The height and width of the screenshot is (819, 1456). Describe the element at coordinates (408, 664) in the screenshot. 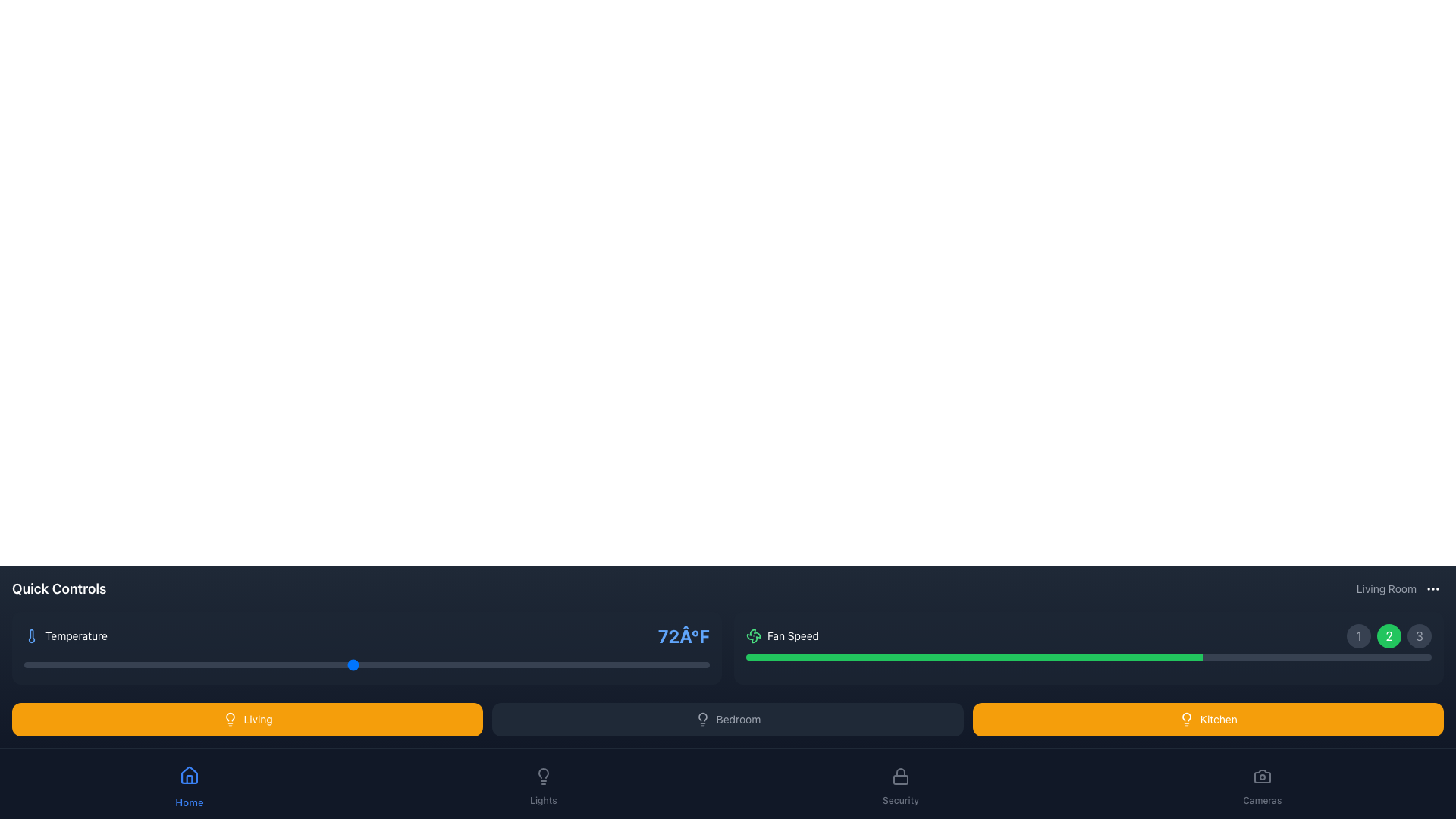

I see `the temperature` at that location.